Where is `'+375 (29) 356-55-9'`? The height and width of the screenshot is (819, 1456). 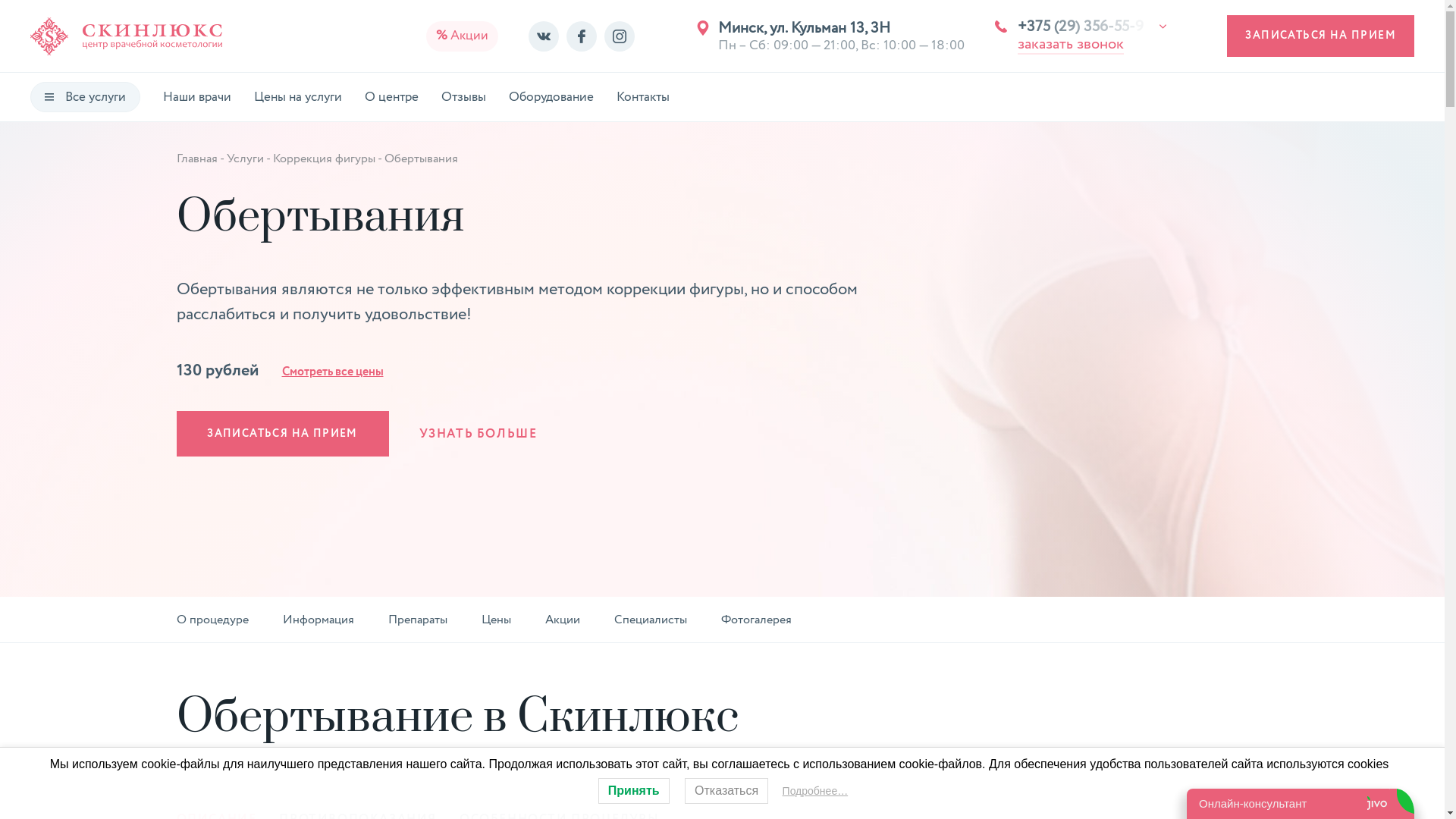 '+375 (29) 356-55-9' is located at coordinates (1092, 26).